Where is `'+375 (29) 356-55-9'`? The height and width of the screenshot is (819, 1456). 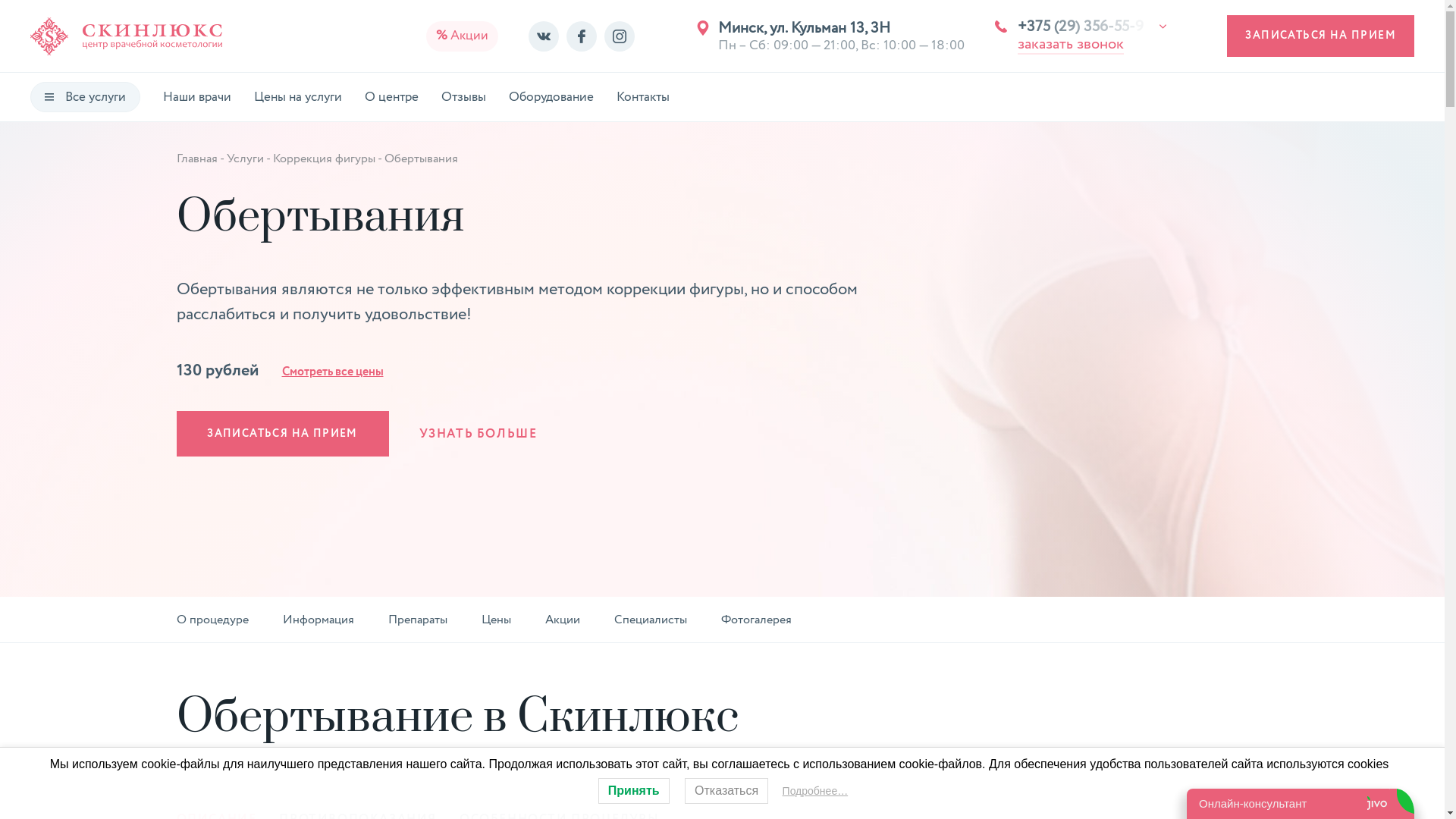 '+375 (29) 356-55-9' is located at coordinates (1092, 26).